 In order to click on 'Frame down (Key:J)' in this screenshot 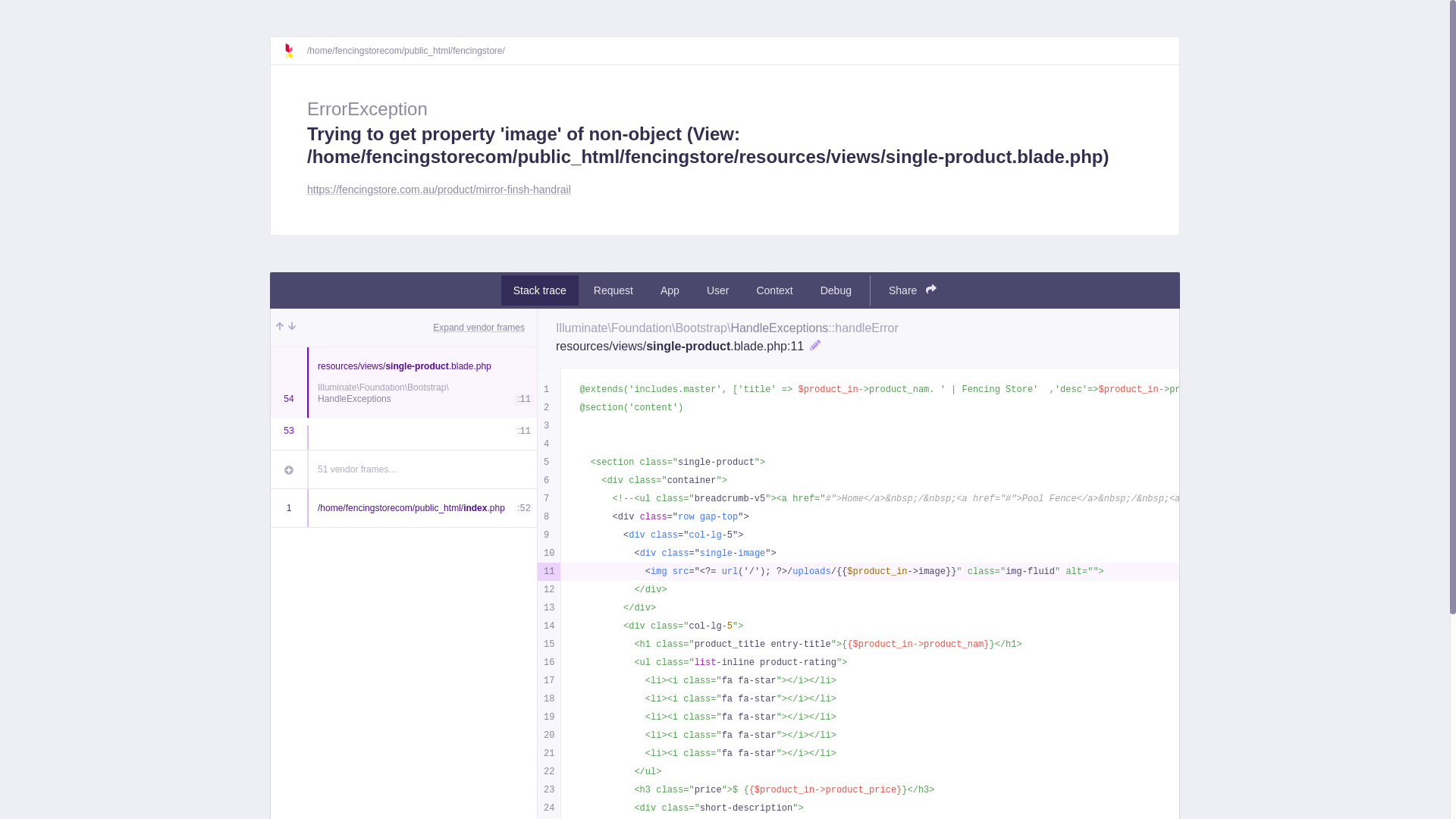, I will do `click(291, 327)`.